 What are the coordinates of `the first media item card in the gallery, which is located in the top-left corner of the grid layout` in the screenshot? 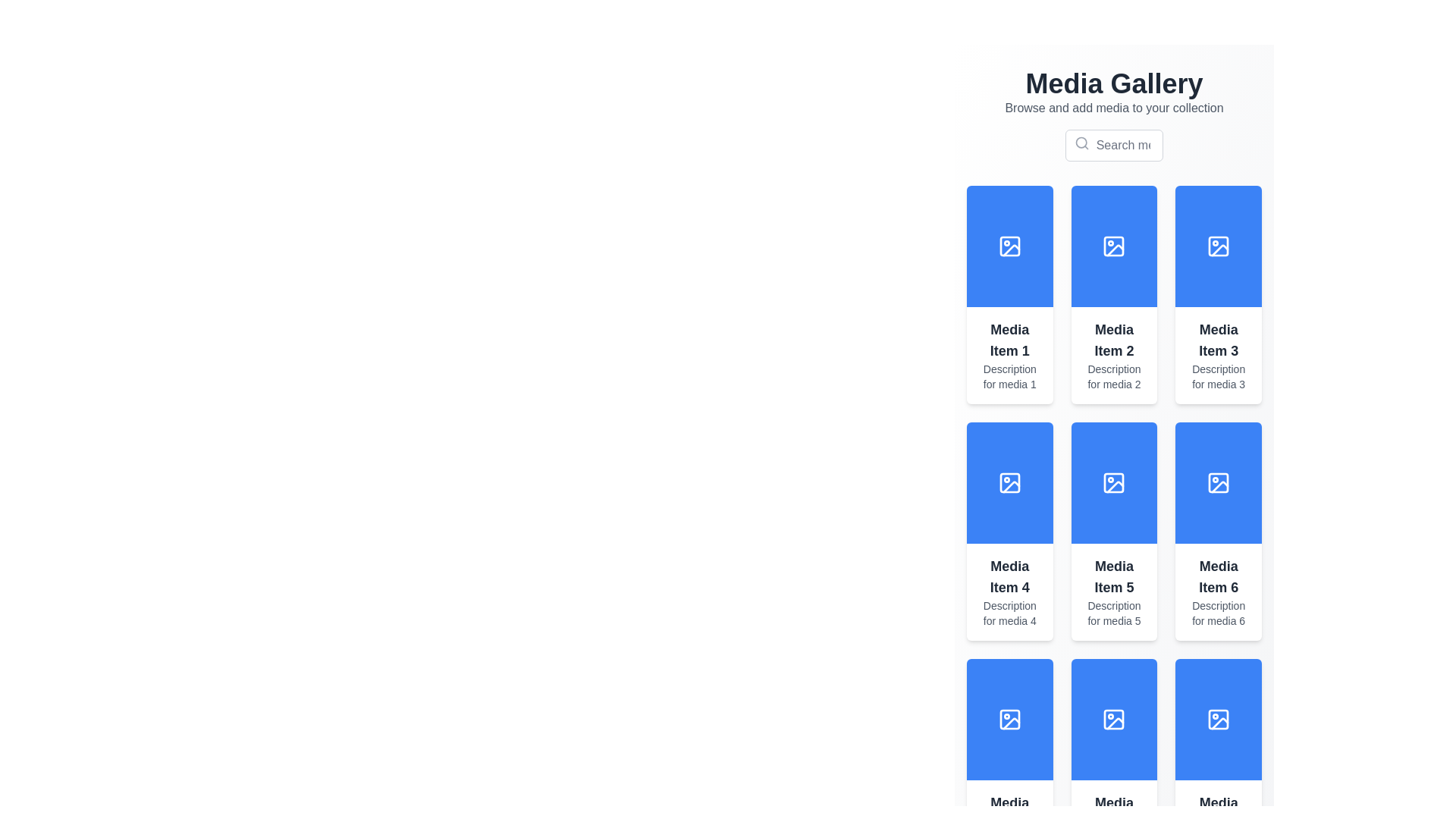 It's located at (1009, 295).